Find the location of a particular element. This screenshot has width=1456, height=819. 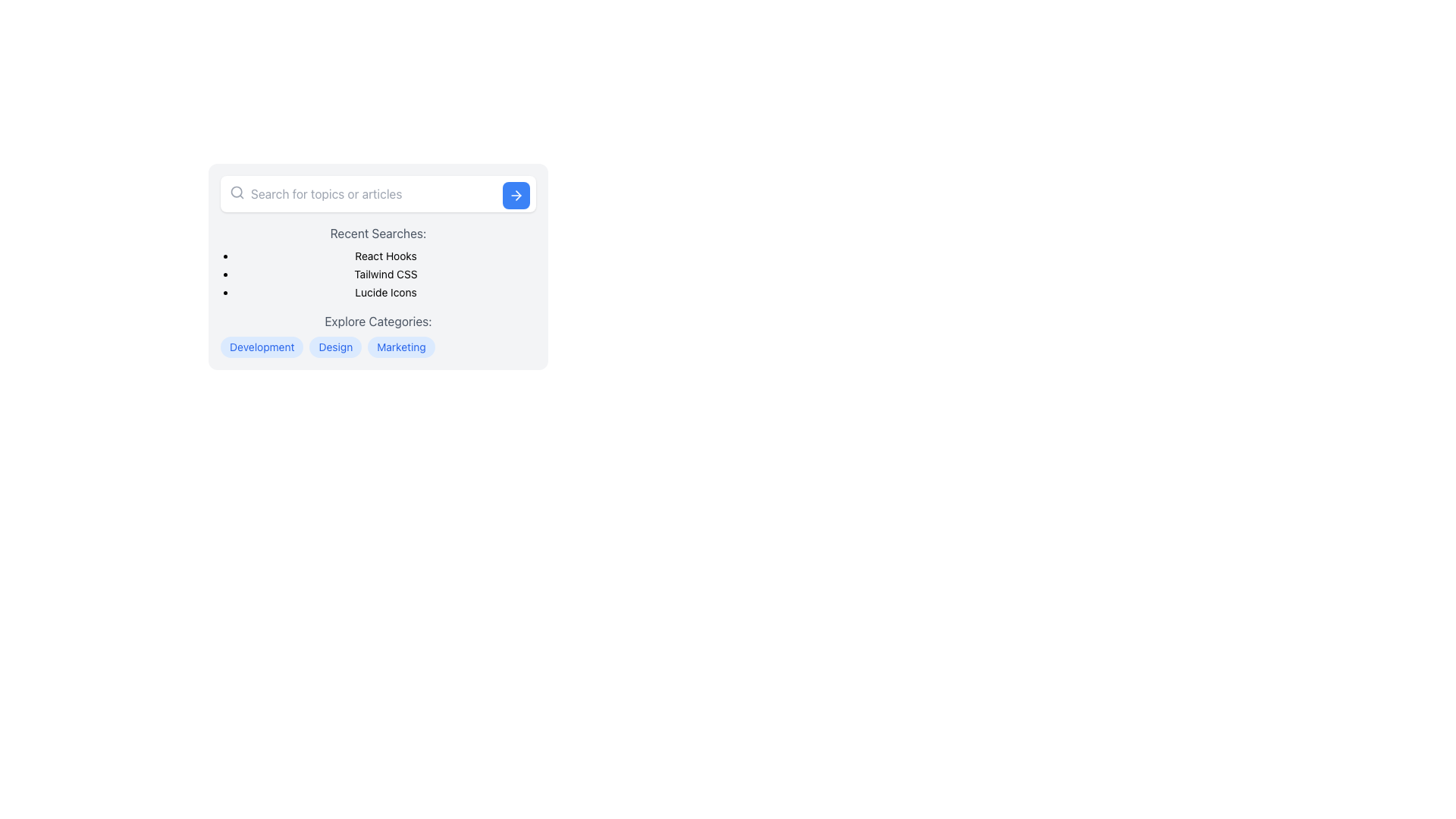

an individual item in the unordered list located below the 'Recent Searches:' title and above the category buttons, centered horizontally in the containing box is located at coordinates (378, 275).